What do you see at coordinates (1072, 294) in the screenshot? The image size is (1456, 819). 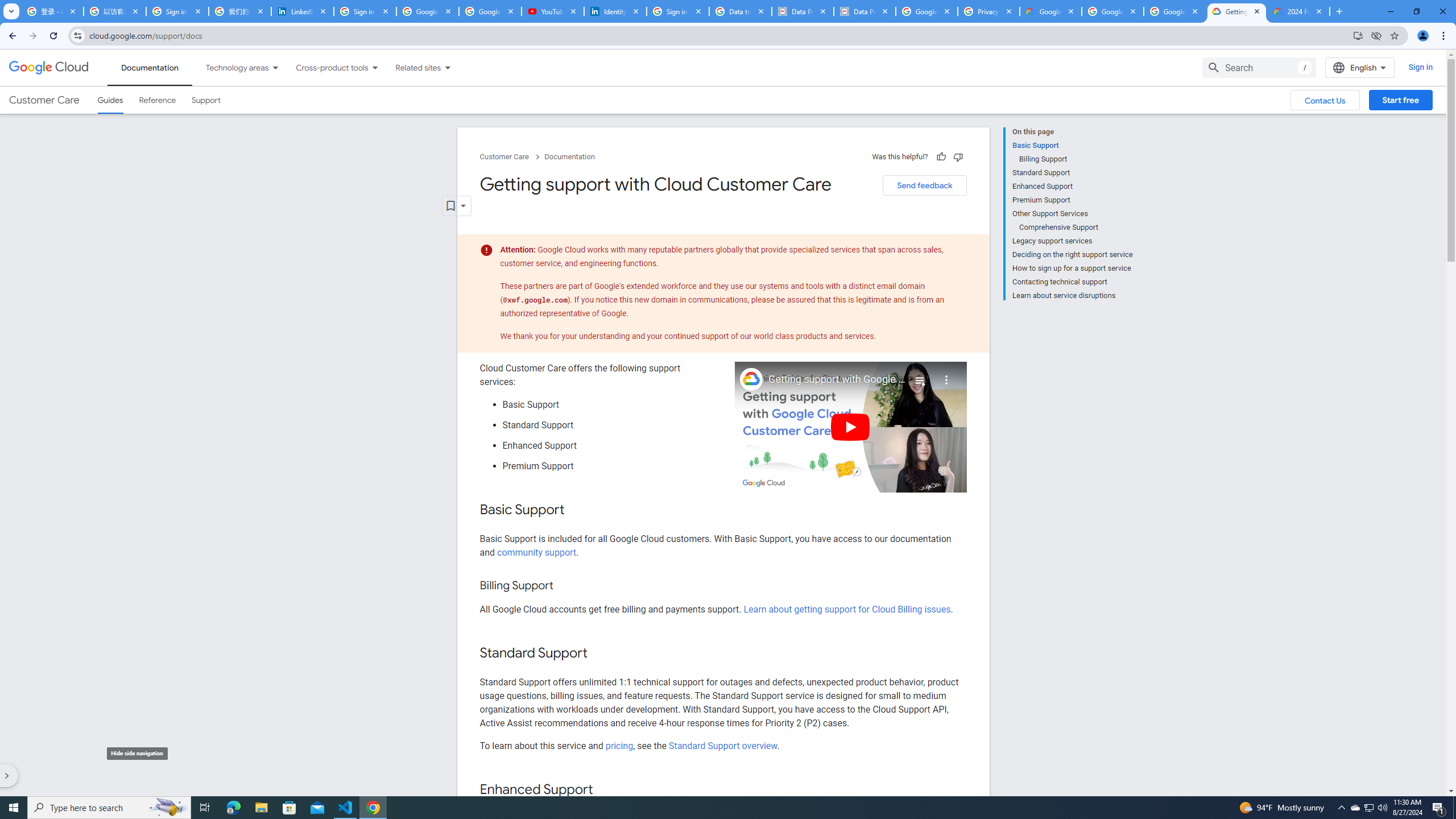 I see `'Learn about service disruptions'` at bounding box center [1072, 294].